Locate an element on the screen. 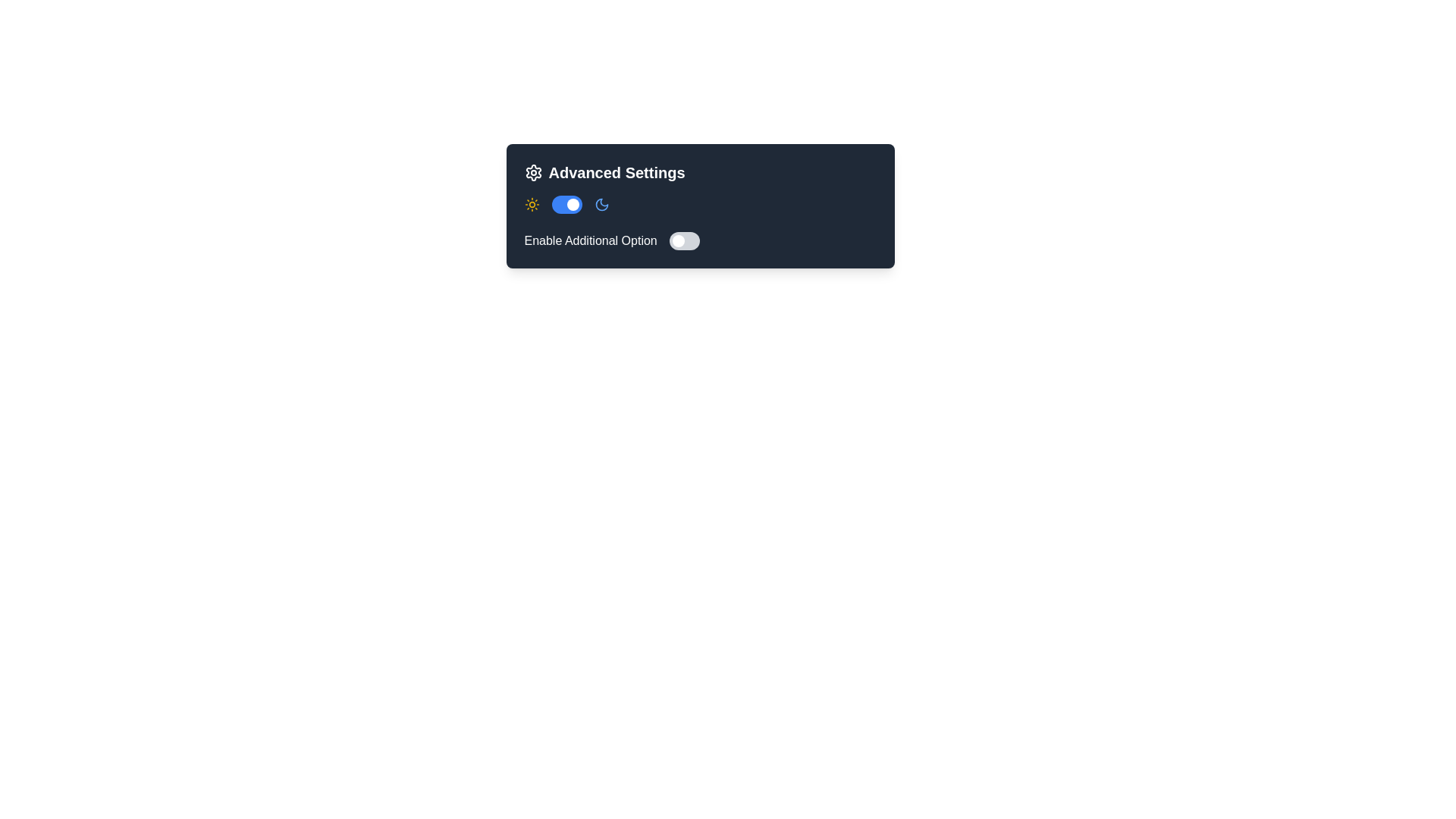 The image size is (1456, 819). the toggle switch located at the bottom of the 'Advanced Settings' card component, specifically the second interactive option below the light/dark mode toggle is located at coordinates (699, 240).